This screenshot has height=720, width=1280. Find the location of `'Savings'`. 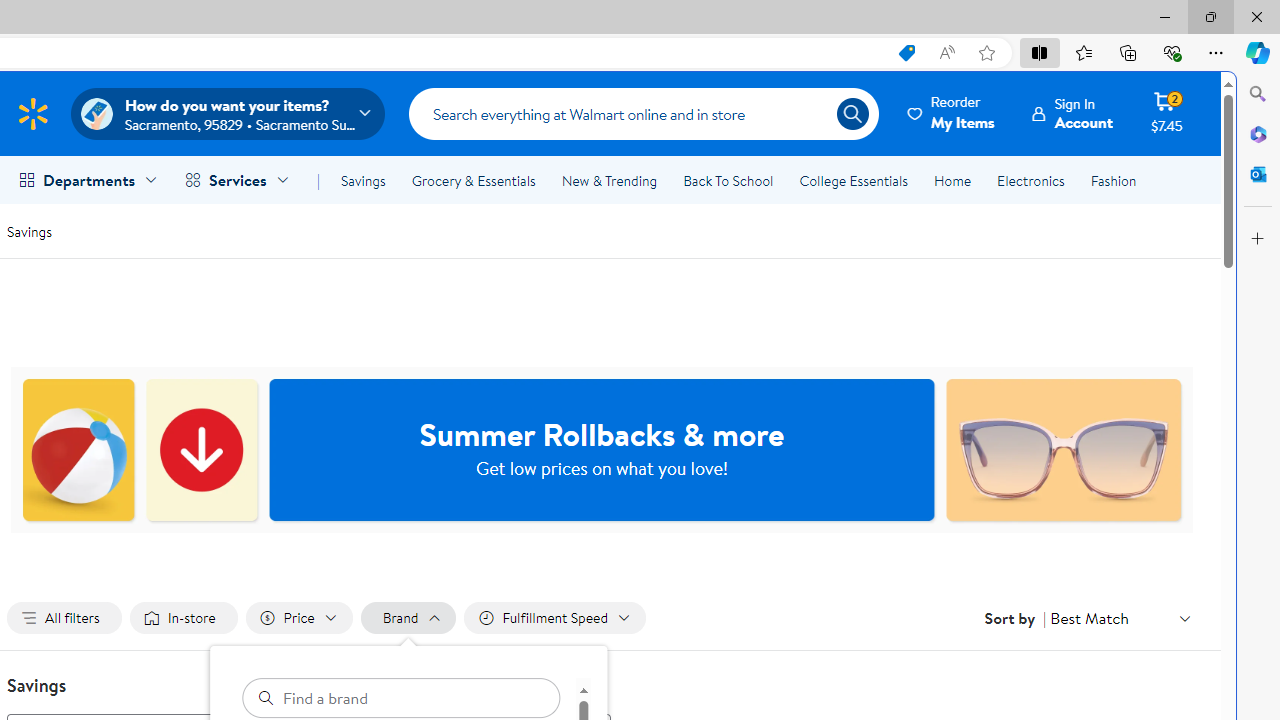

'Savings' is located at coordinates (363, 181).